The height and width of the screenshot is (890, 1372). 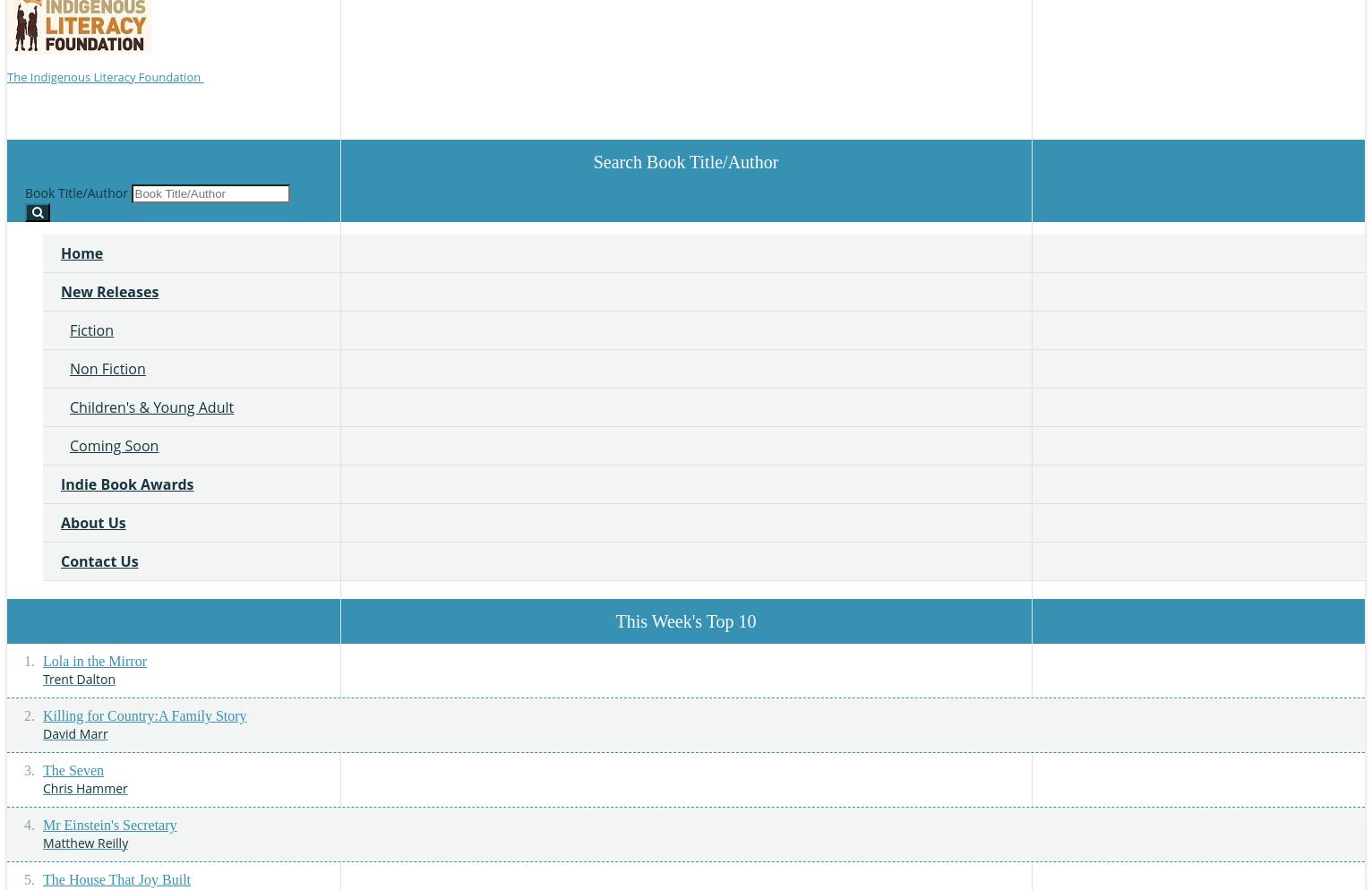 What do you see at coordinates (684, 620) in the screenshot?
I see `'This Week's Top 10'` at bounding box center [684, 620].